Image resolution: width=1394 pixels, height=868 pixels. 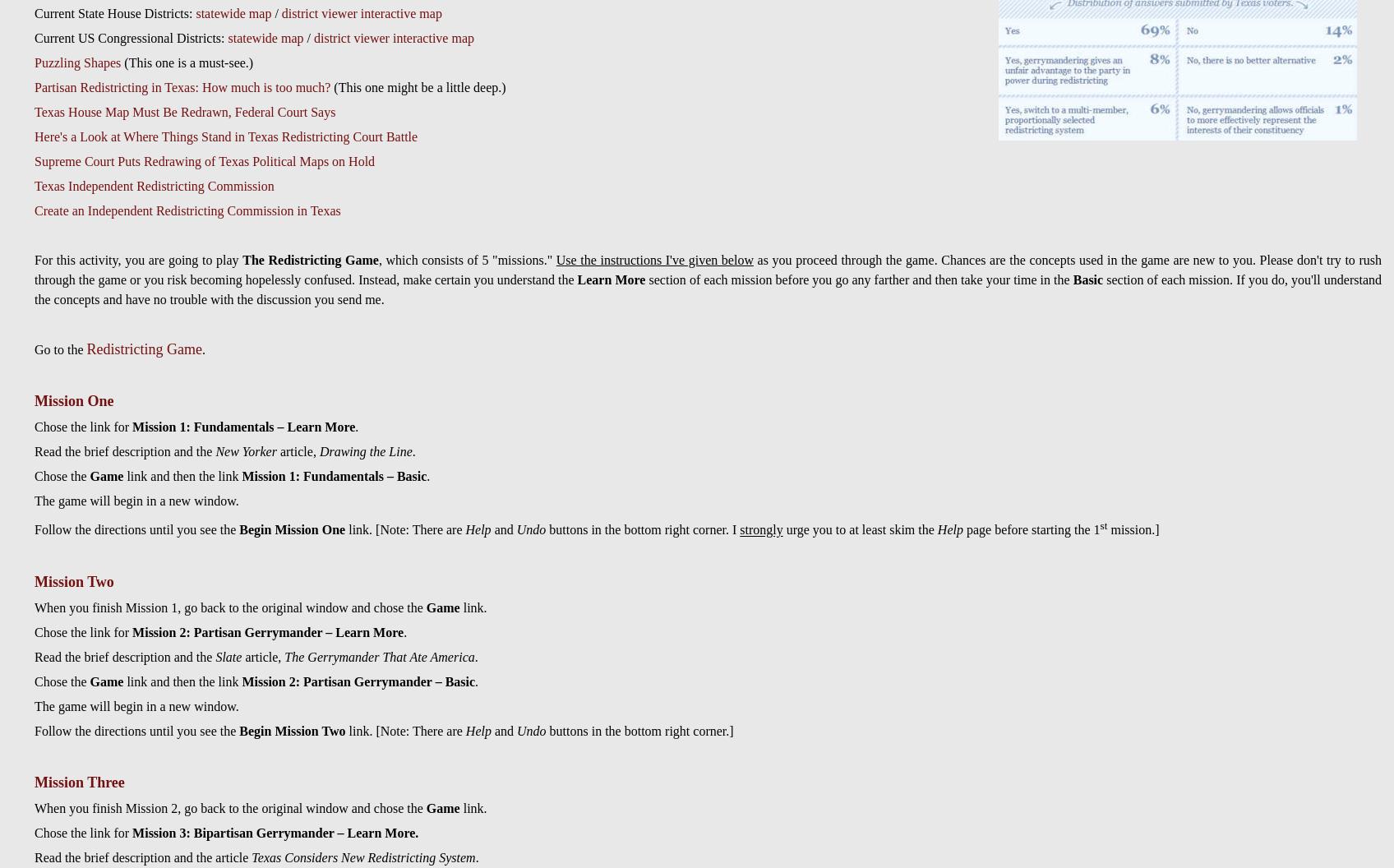 What do you see at coordinates (78, 782) in the screenshot?
I see `'Mission Three'` at bounding box center [78, 782].